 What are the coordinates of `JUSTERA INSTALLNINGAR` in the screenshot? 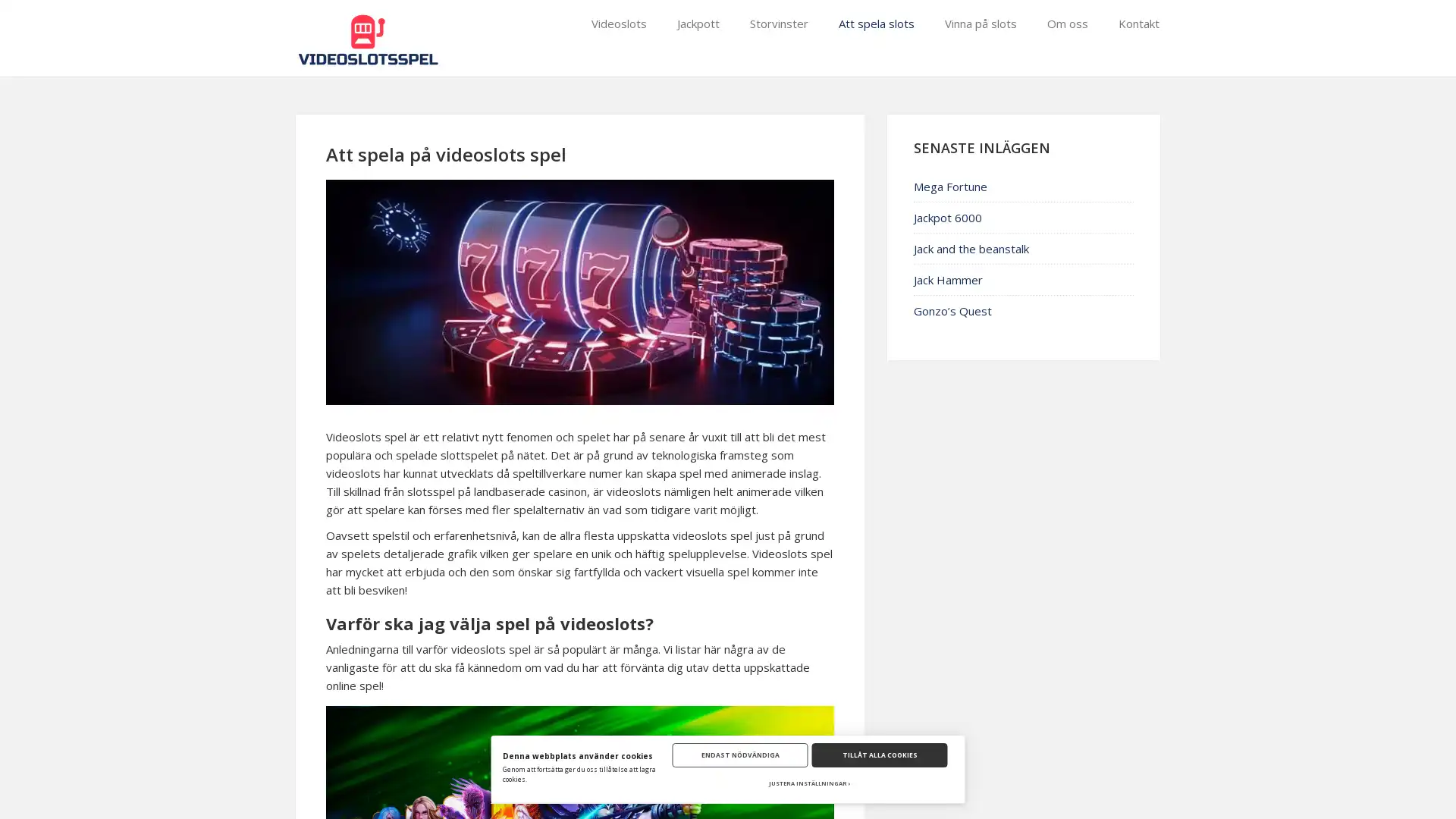 It's located at (809, 783).